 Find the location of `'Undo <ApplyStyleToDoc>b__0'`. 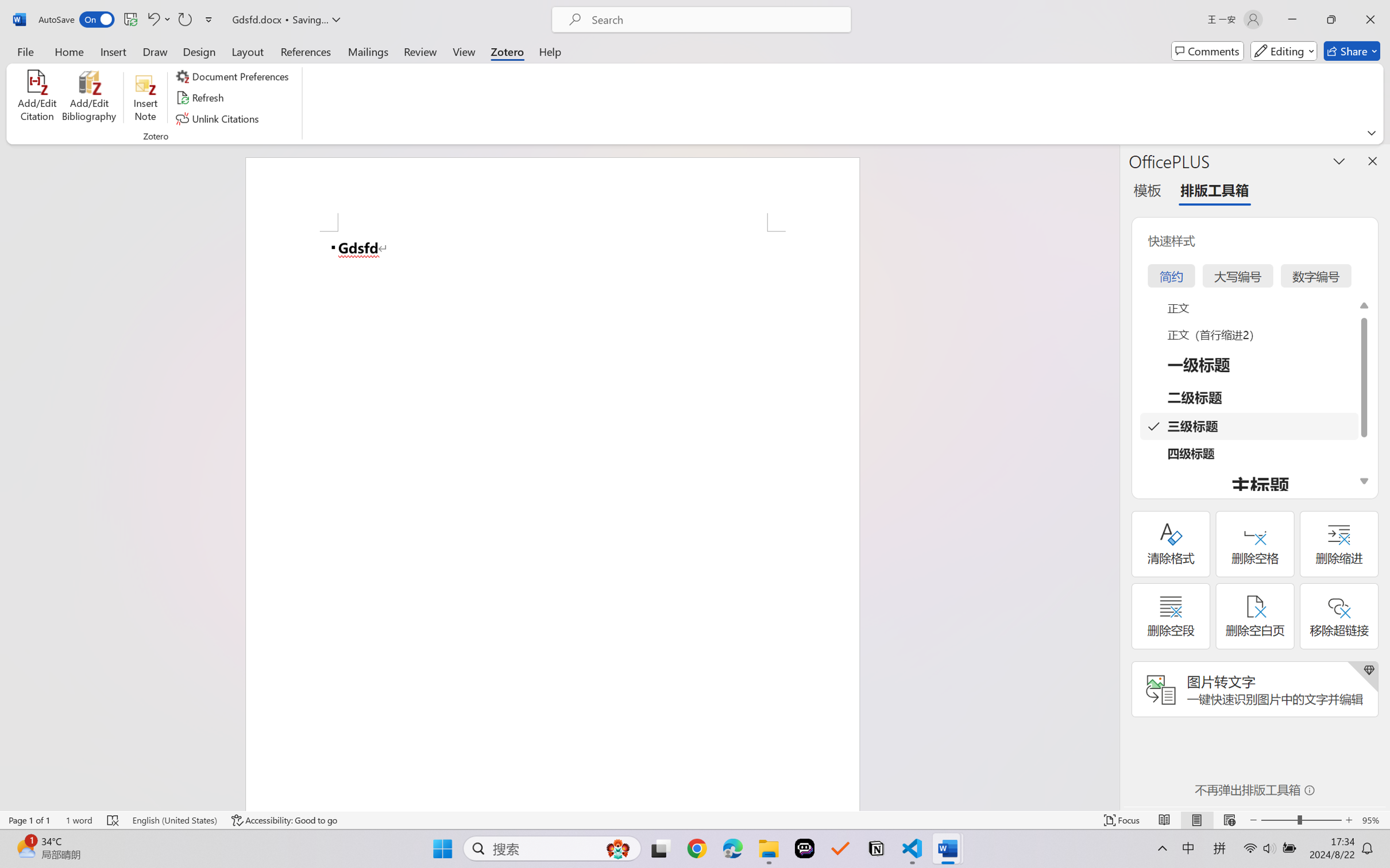

'Undo <ApplyStyleToDoc>b__0' is located at coordinates (157, 19).